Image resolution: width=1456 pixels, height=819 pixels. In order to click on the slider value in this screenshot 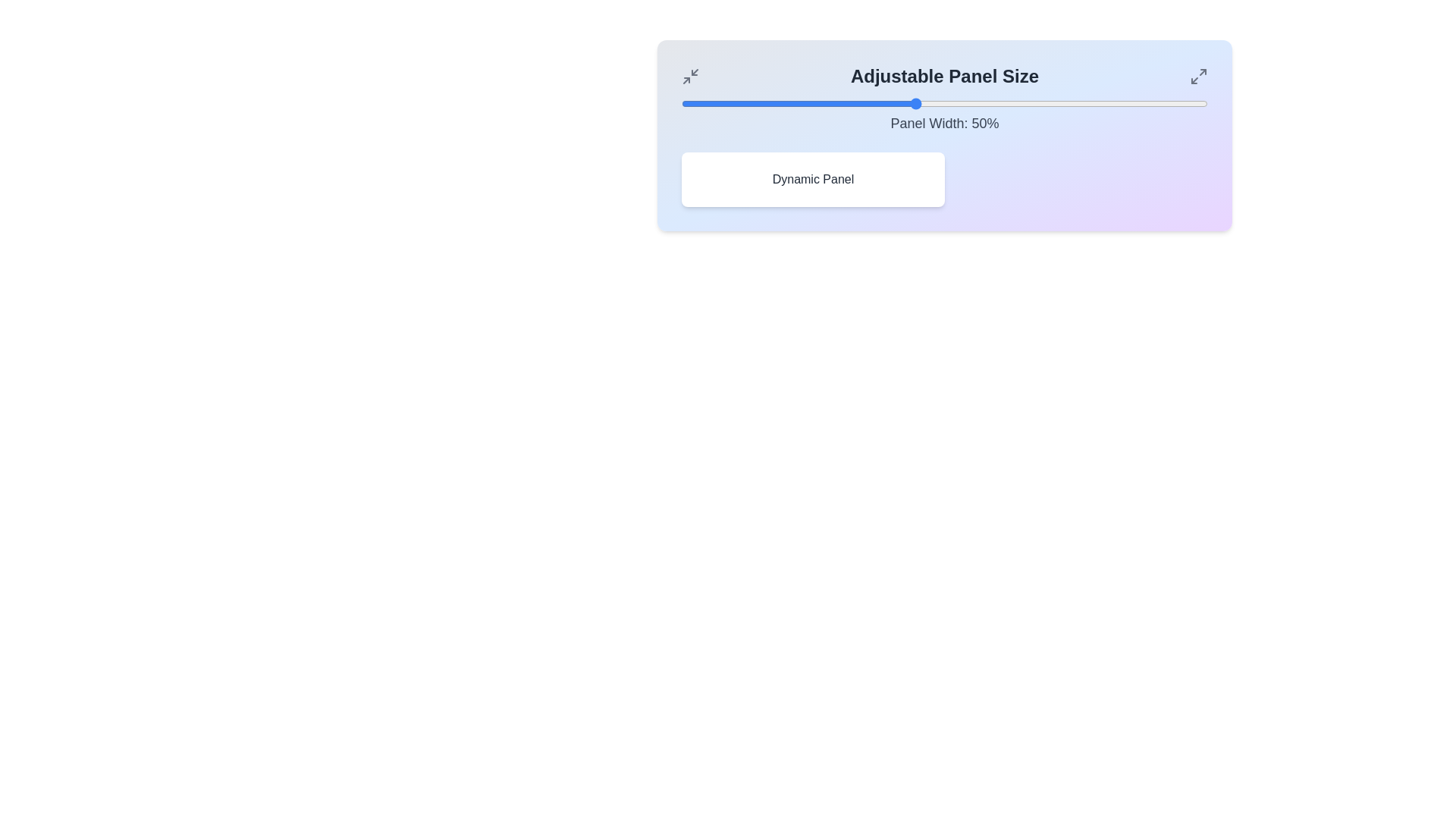, I will do `click(716, 103)`.